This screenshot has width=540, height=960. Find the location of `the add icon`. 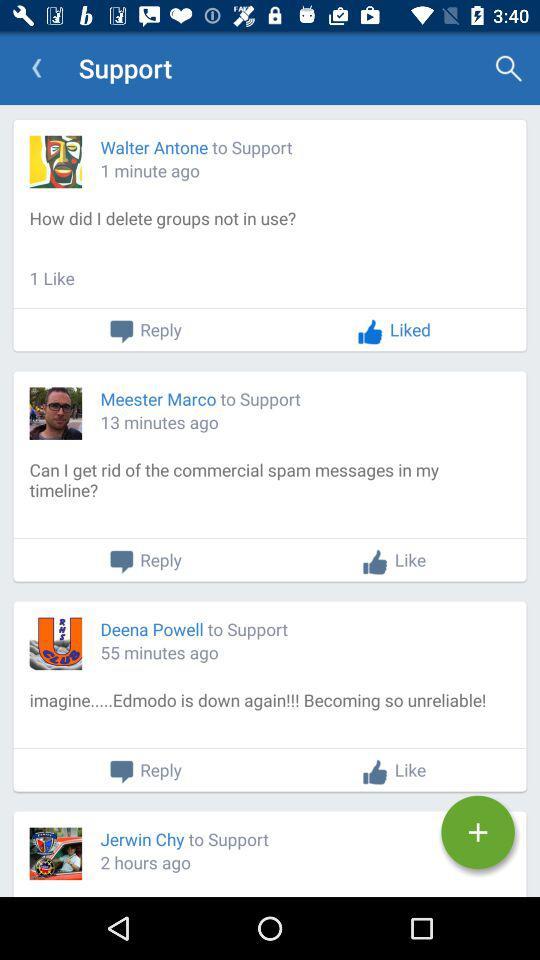

the add icon is located at coordinates (477, 832).